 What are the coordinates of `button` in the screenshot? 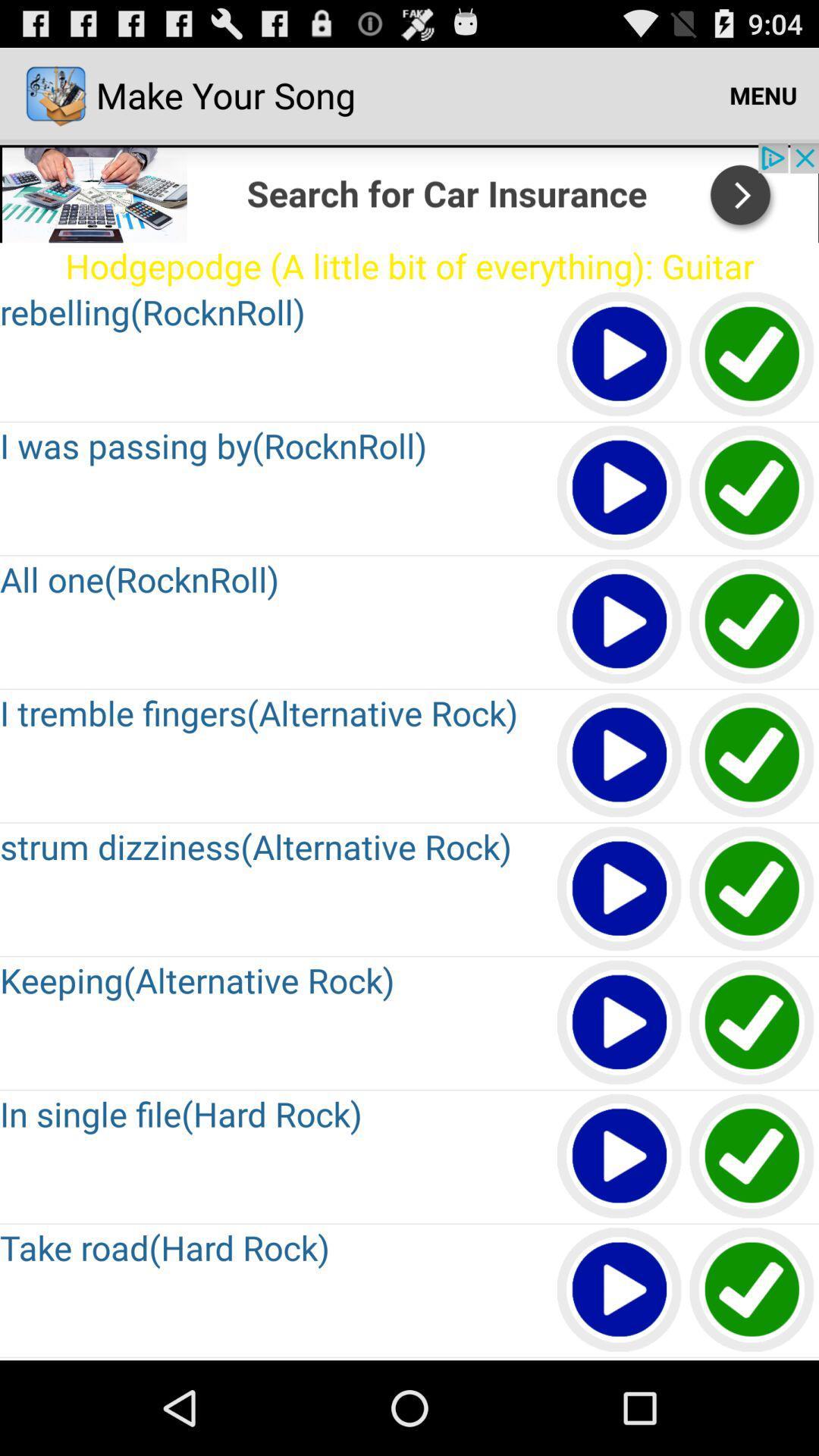 It's located at (620, 1290).